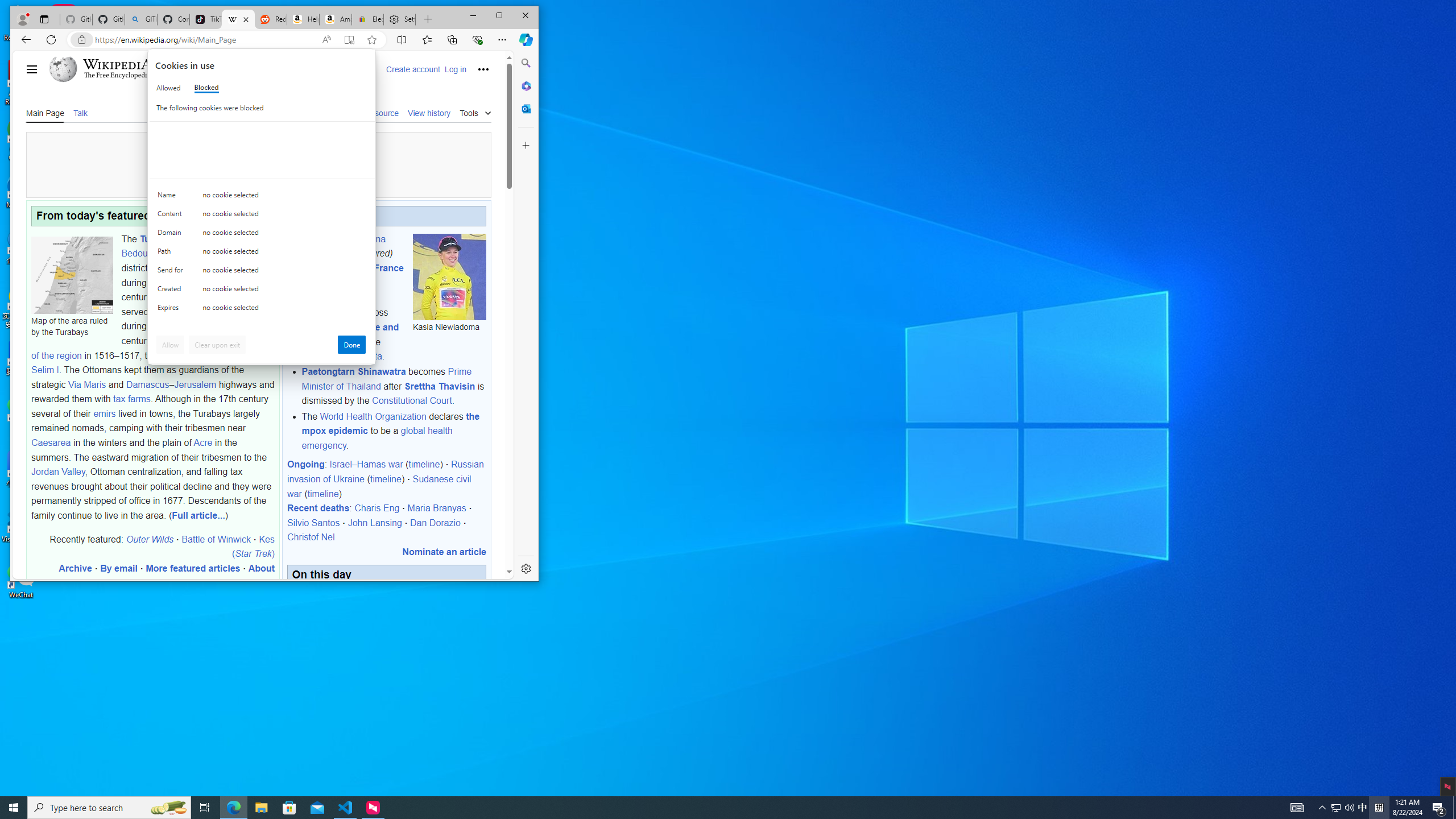 The width and height of the screenshot is (1456, 819). Describe the element at coordinates (217, 344) in the screenshot. I see `'Clear upon exit'` at that location.